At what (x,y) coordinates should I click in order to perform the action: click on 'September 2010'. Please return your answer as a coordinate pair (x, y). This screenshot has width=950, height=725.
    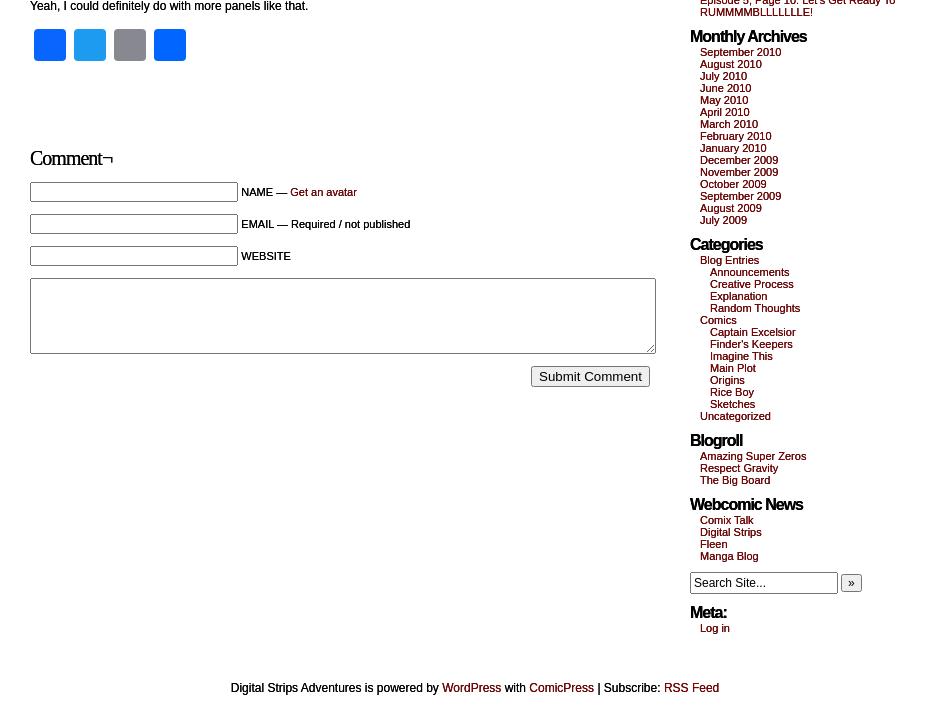
    Looking at the image, I should click on (739, 51).